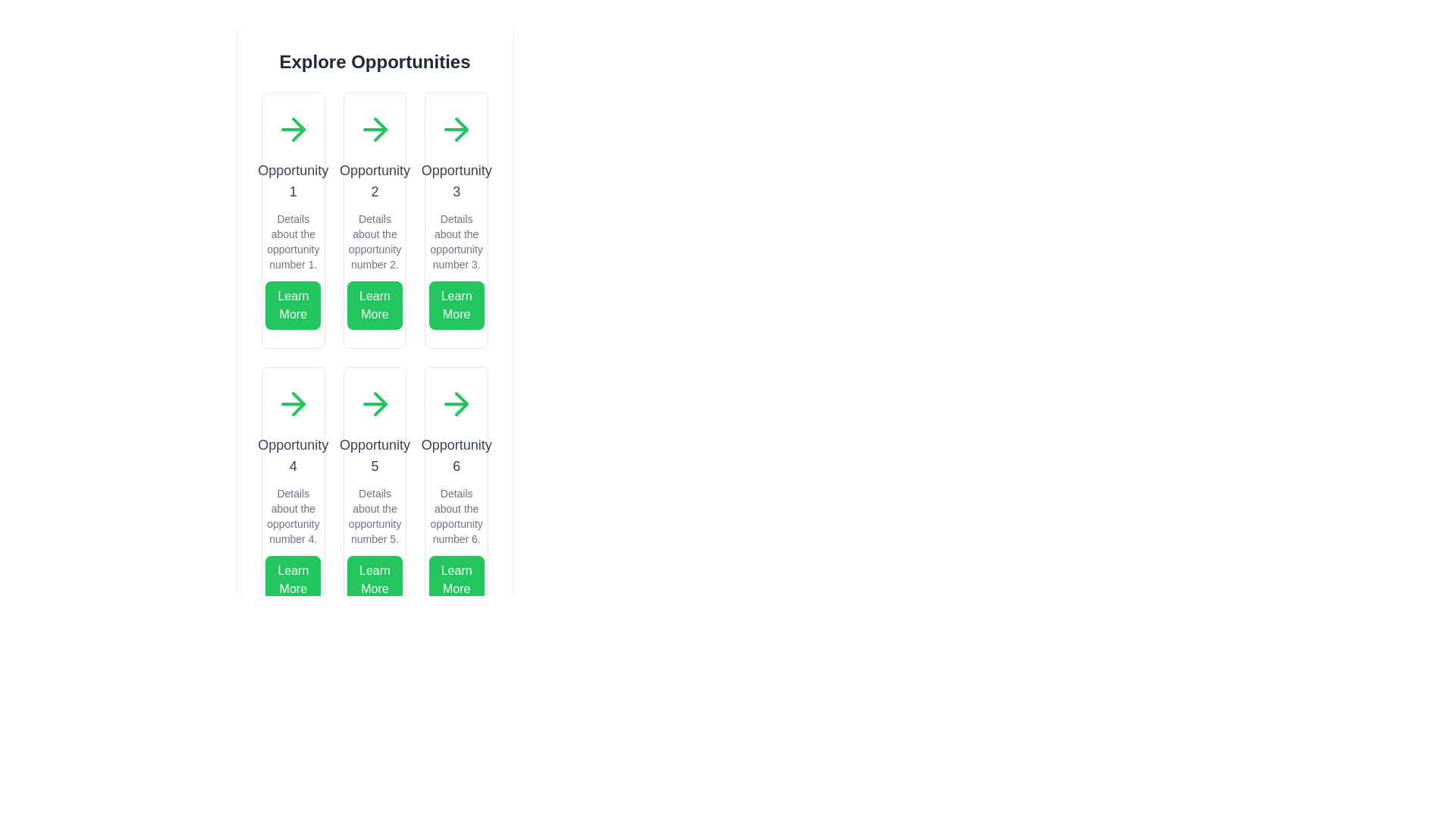 Image resolution: width=1456 pixels, height=819 pixels. What do you see at coordinates (380, 403) in the screenshot?
I see `the green rightward-pointing chevron arrow icon located in the center of the fifth opportunity card above the text 'Opportunity 5'` at bounding box center [380, 403].